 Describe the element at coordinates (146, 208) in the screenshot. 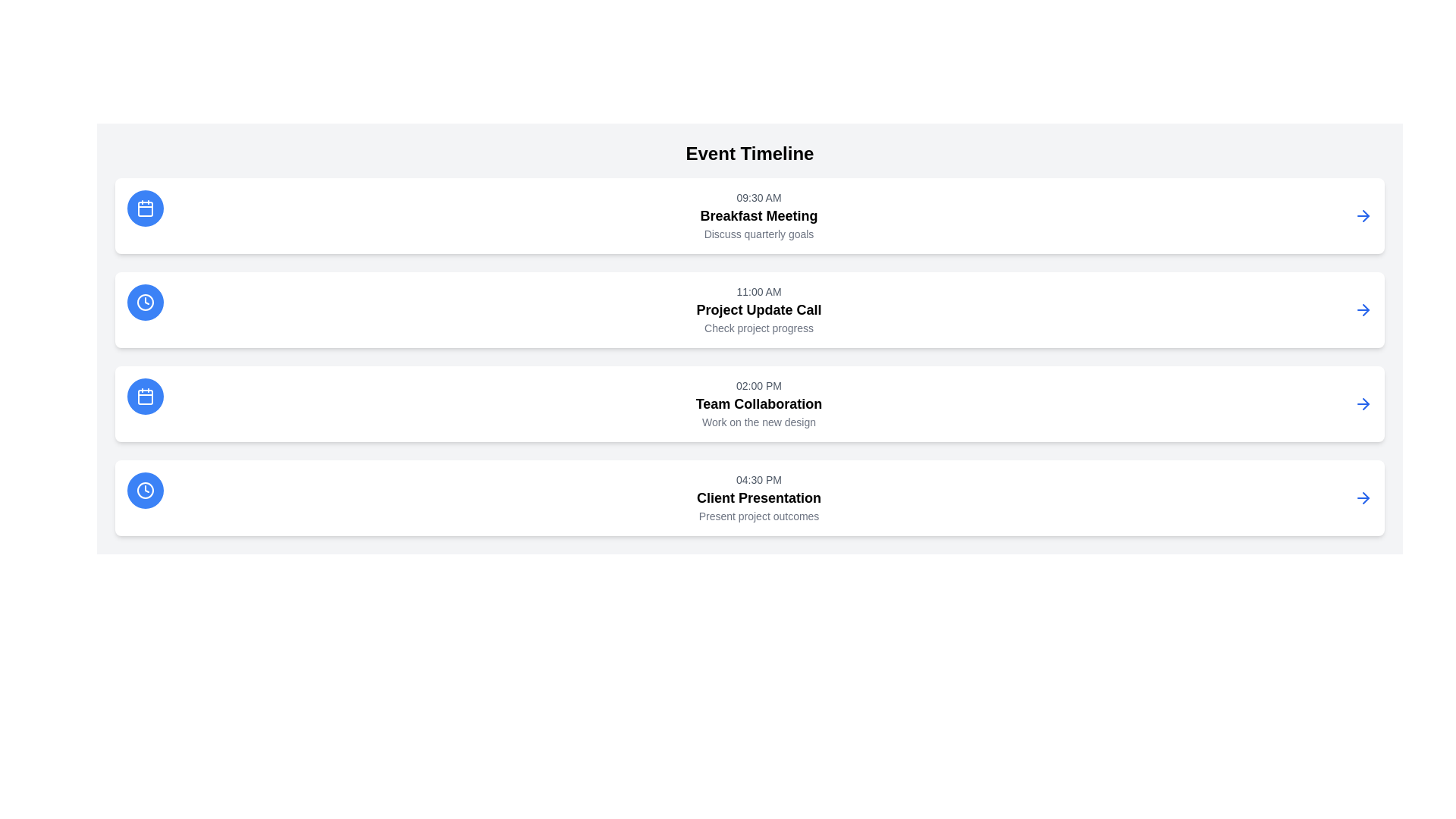

I see `the circular button icon representing the 'Breakfast Meeting' event located at the topmost left corner of the list items` at that location.